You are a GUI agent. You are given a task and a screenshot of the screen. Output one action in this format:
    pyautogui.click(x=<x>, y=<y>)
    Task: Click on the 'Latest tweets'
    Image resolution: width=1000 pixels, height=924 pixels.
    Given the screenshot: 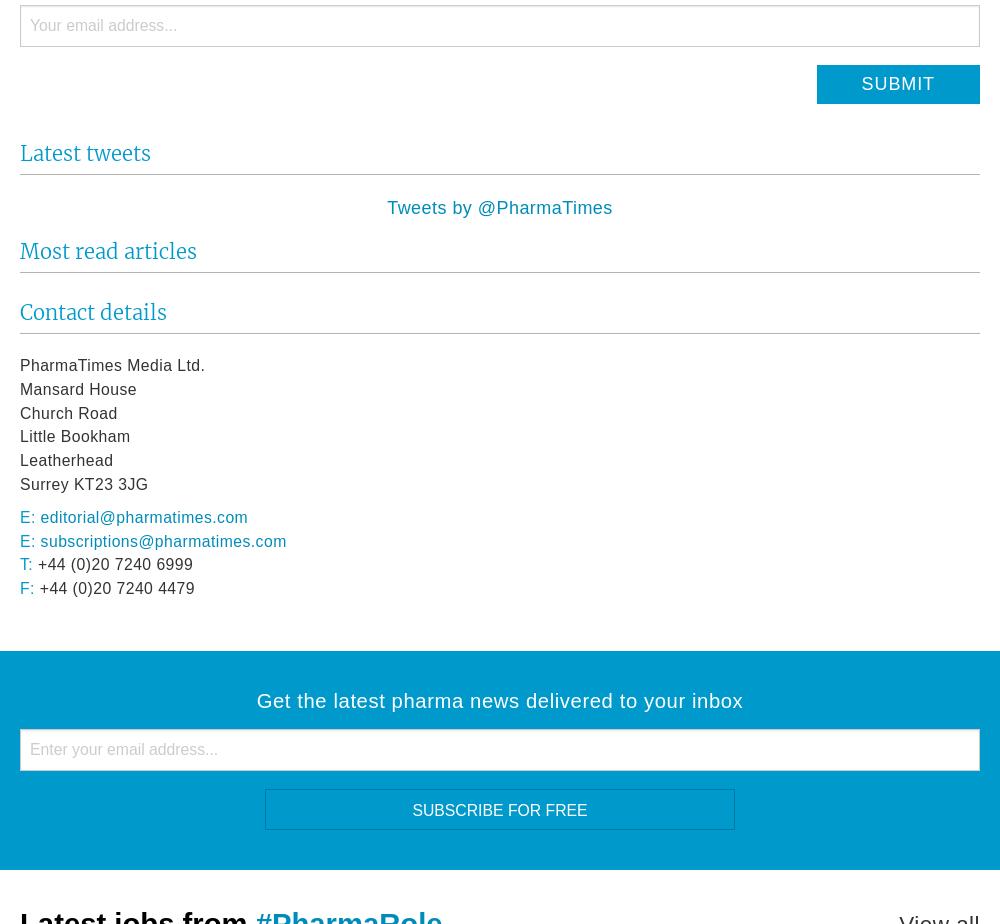 What is the action you would take?
    pyautogui.click(x=84, y=153)
    